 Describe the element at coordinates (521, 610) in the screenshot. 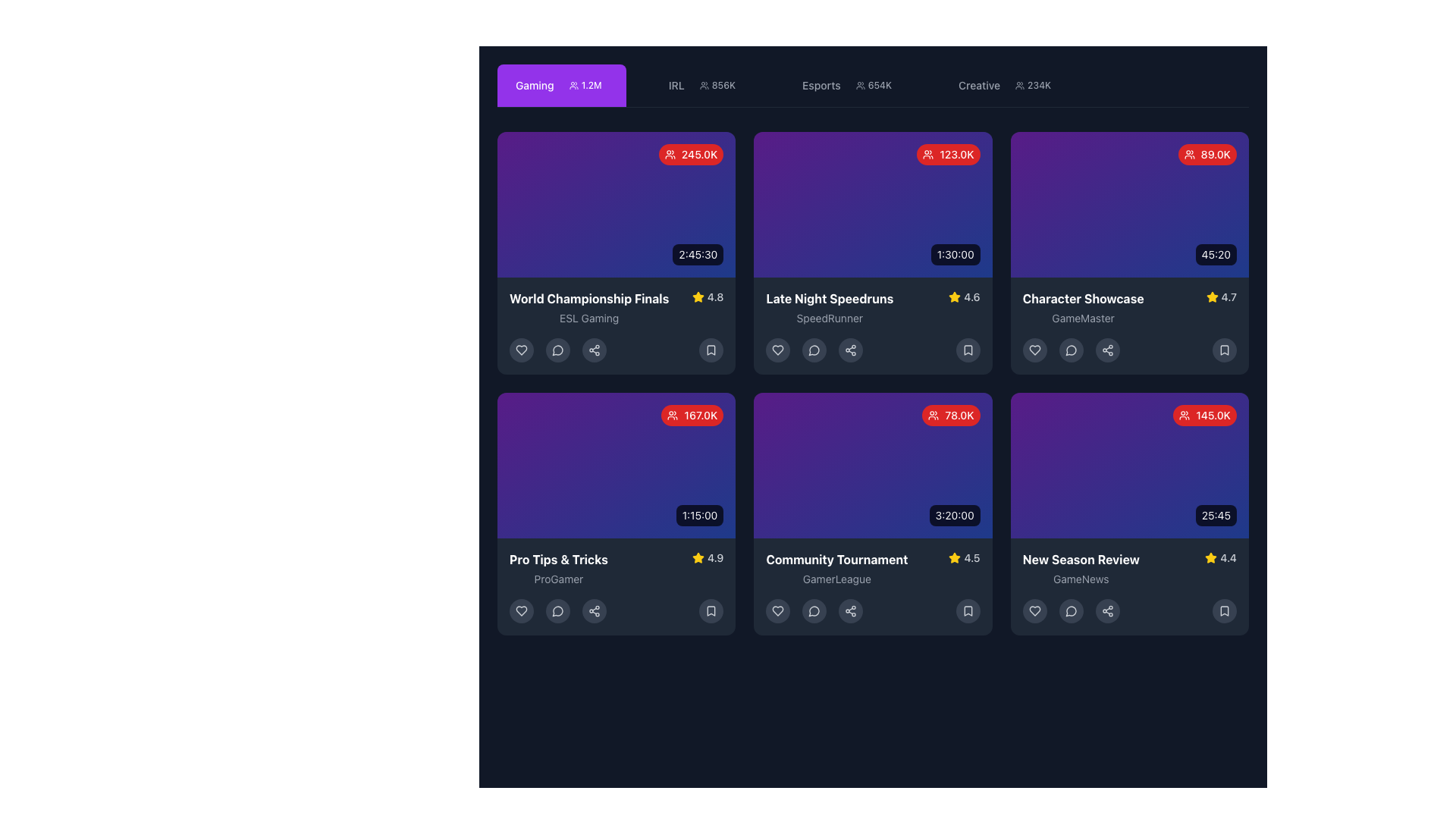

I see `the heart-shaped icon located in the control row beneath the video card titled 'Pro Tips & Tricks' by 'ProGamer', which is the first icon in the group of interactive controls` at that location.